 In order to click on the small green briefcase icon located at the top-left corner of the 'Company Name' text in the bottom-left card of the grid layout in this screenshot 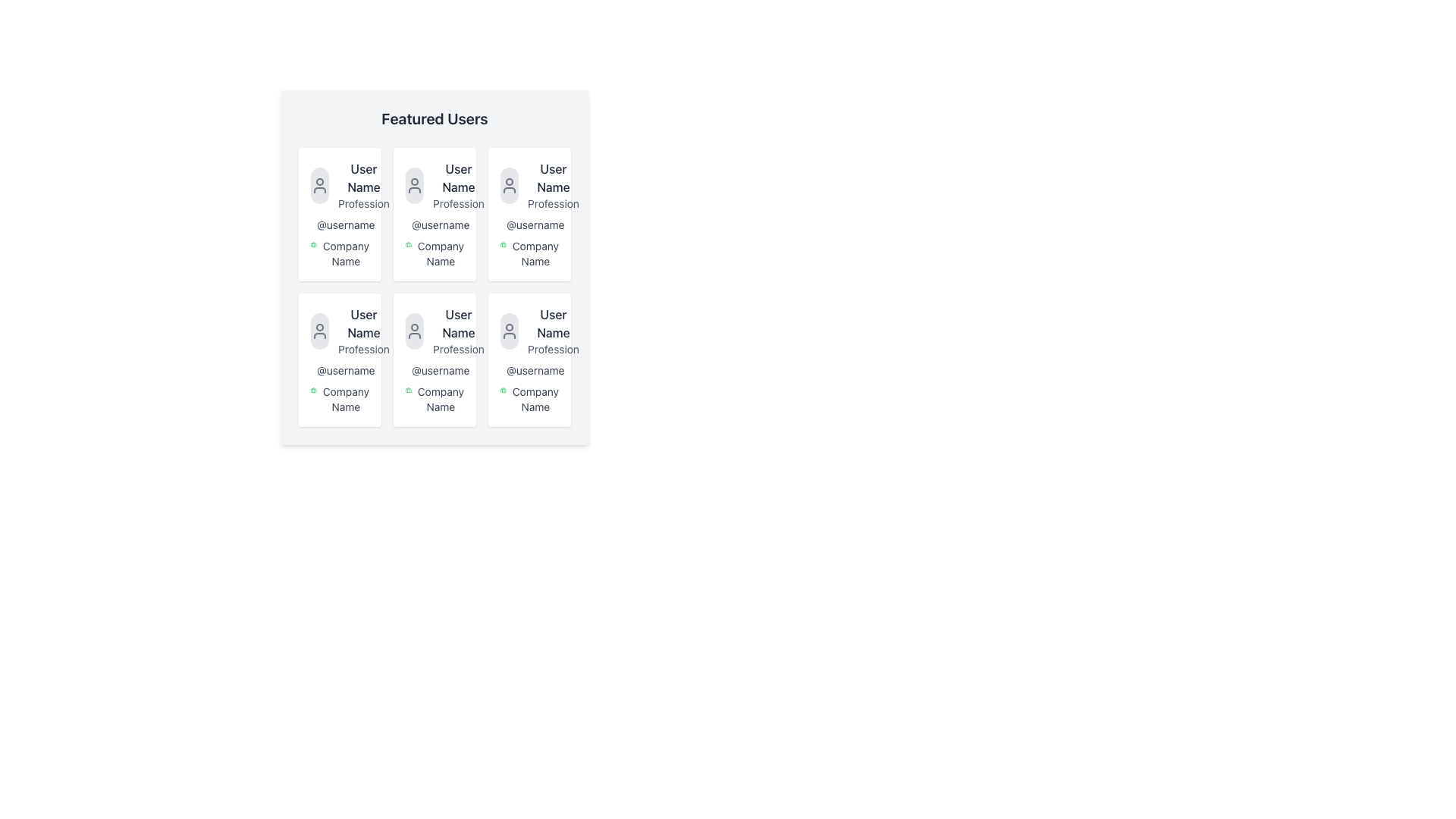, I will do `click(312, 390)`.